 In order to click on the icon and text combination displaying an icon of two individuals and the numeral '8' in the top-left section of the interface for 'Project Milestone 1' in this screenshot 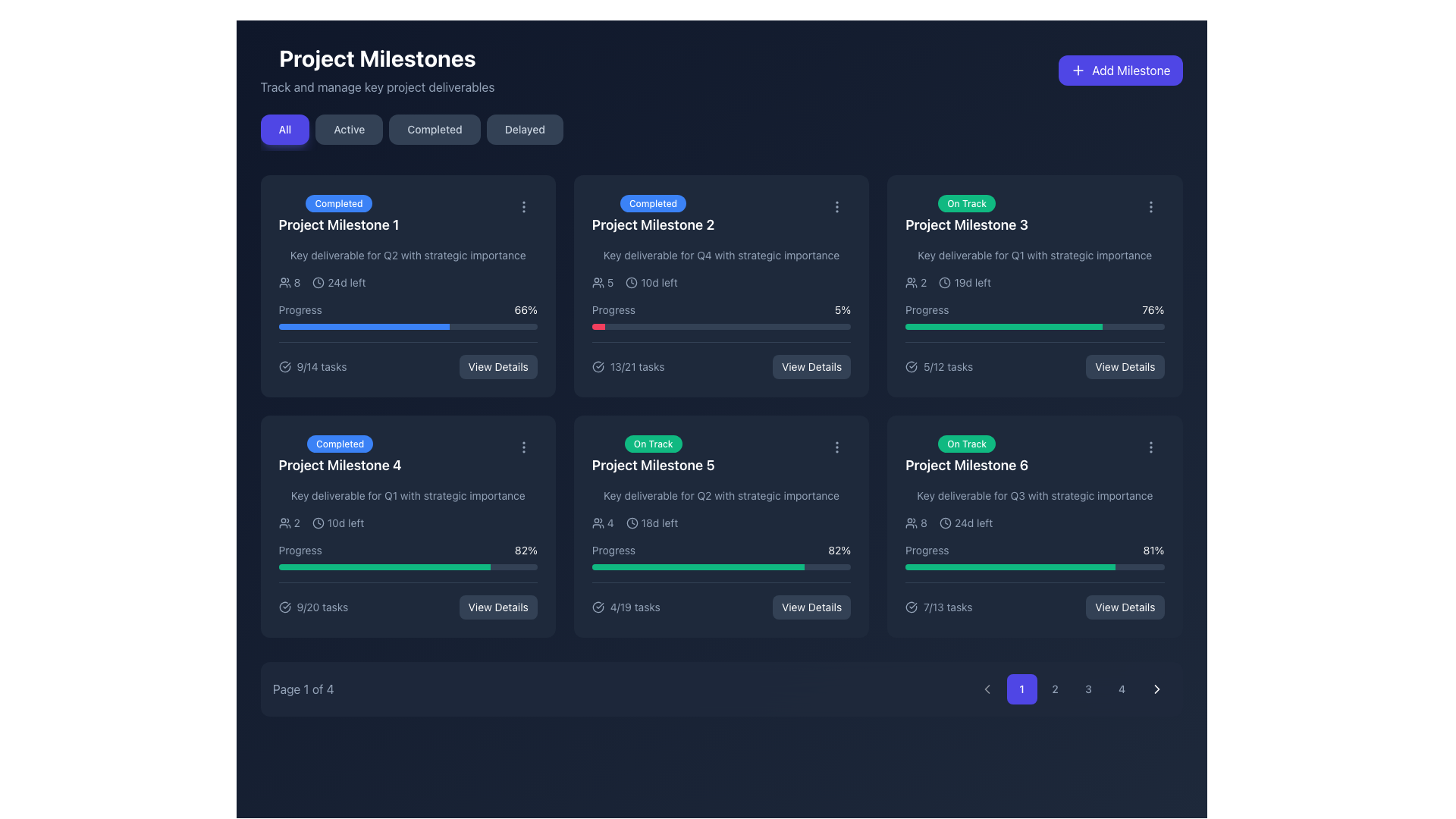, I will do `click(289, 283)`.